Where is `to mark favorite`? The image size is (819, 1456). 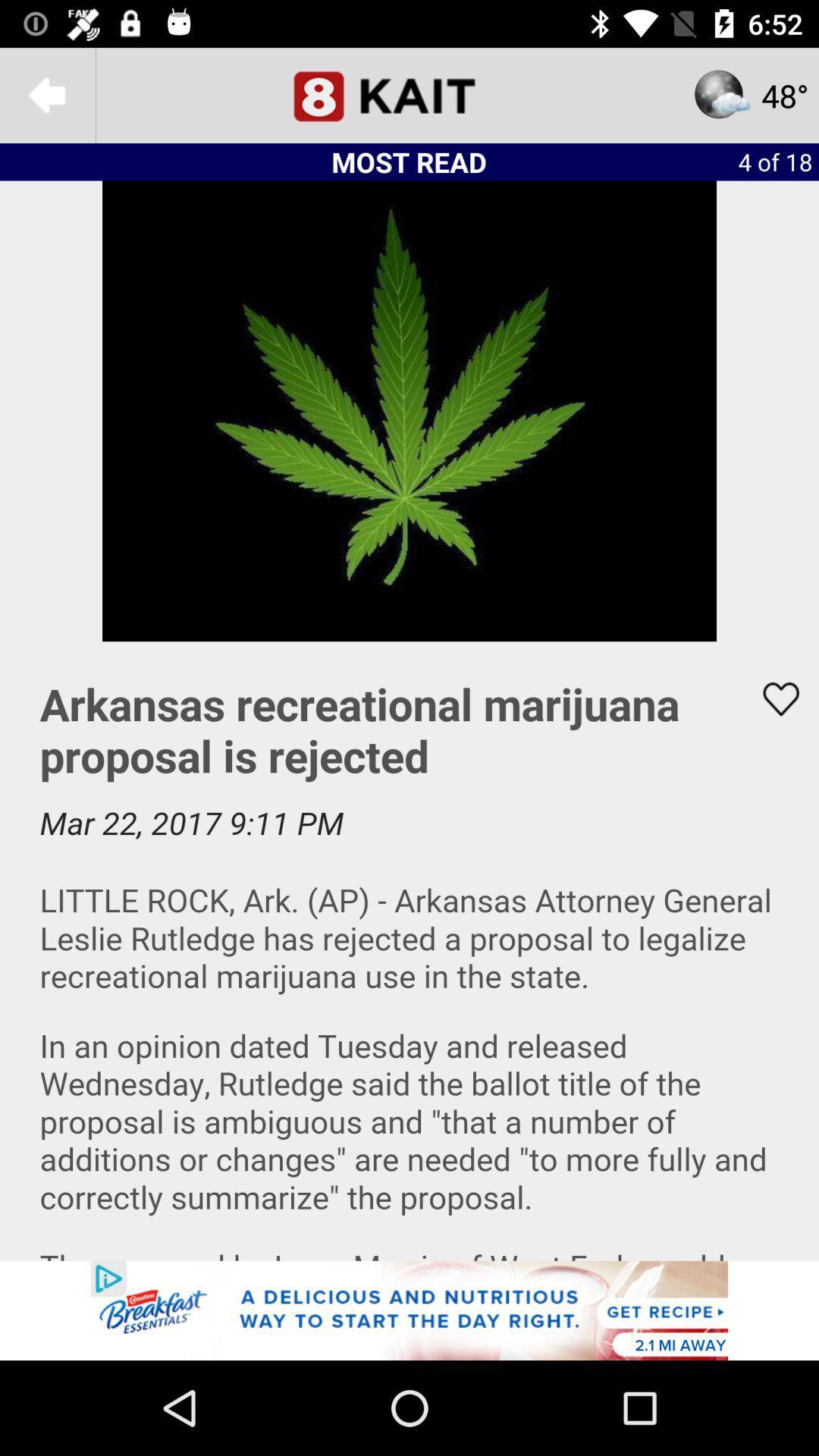
to mark favorite is located at coordinates (771, 698).